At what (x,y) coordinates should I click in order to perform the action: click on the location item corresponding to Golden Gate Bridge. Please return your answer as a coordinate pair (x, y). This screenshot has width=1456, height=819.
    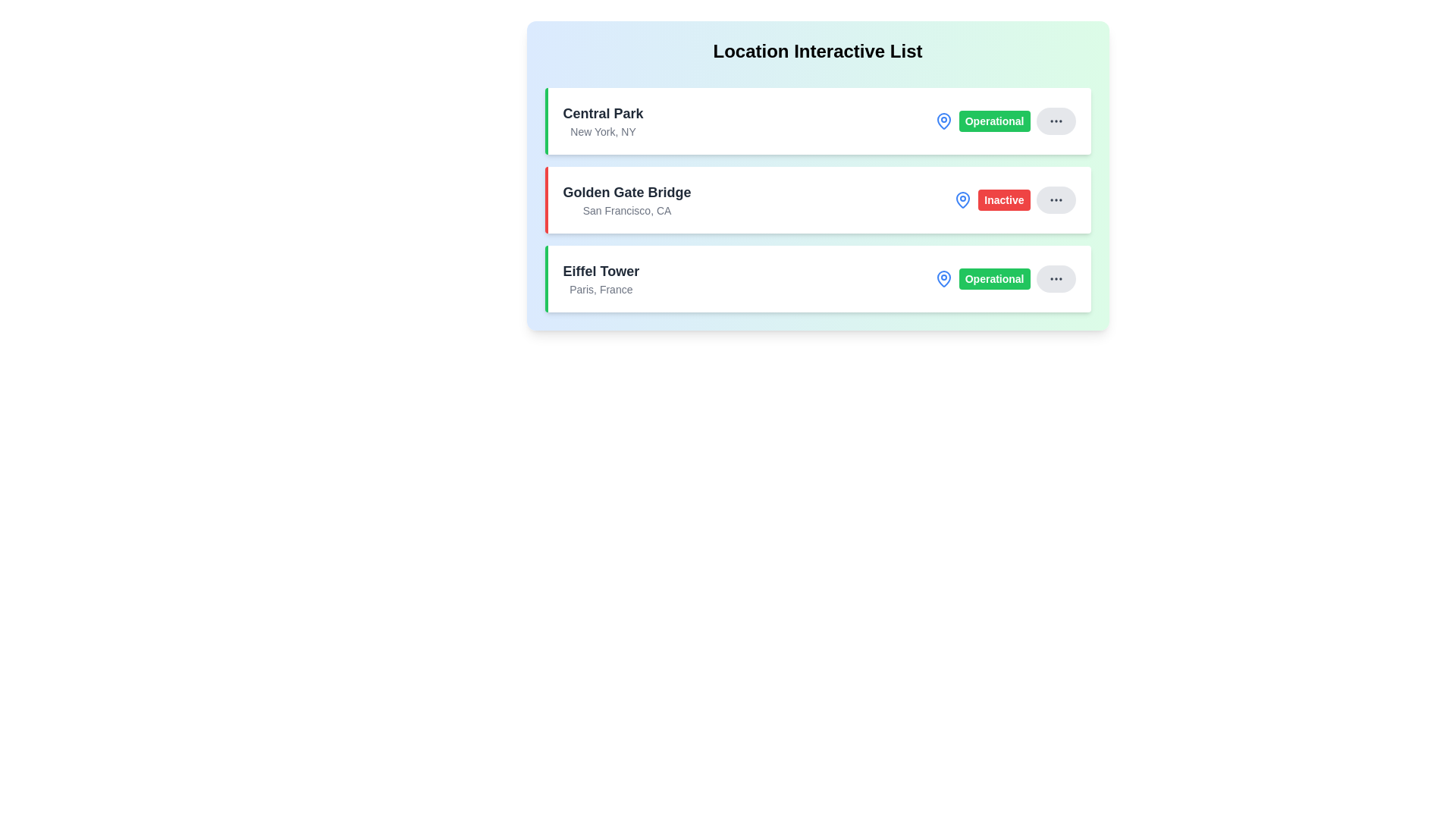
    Looking at the image, I should click on (817, 199).